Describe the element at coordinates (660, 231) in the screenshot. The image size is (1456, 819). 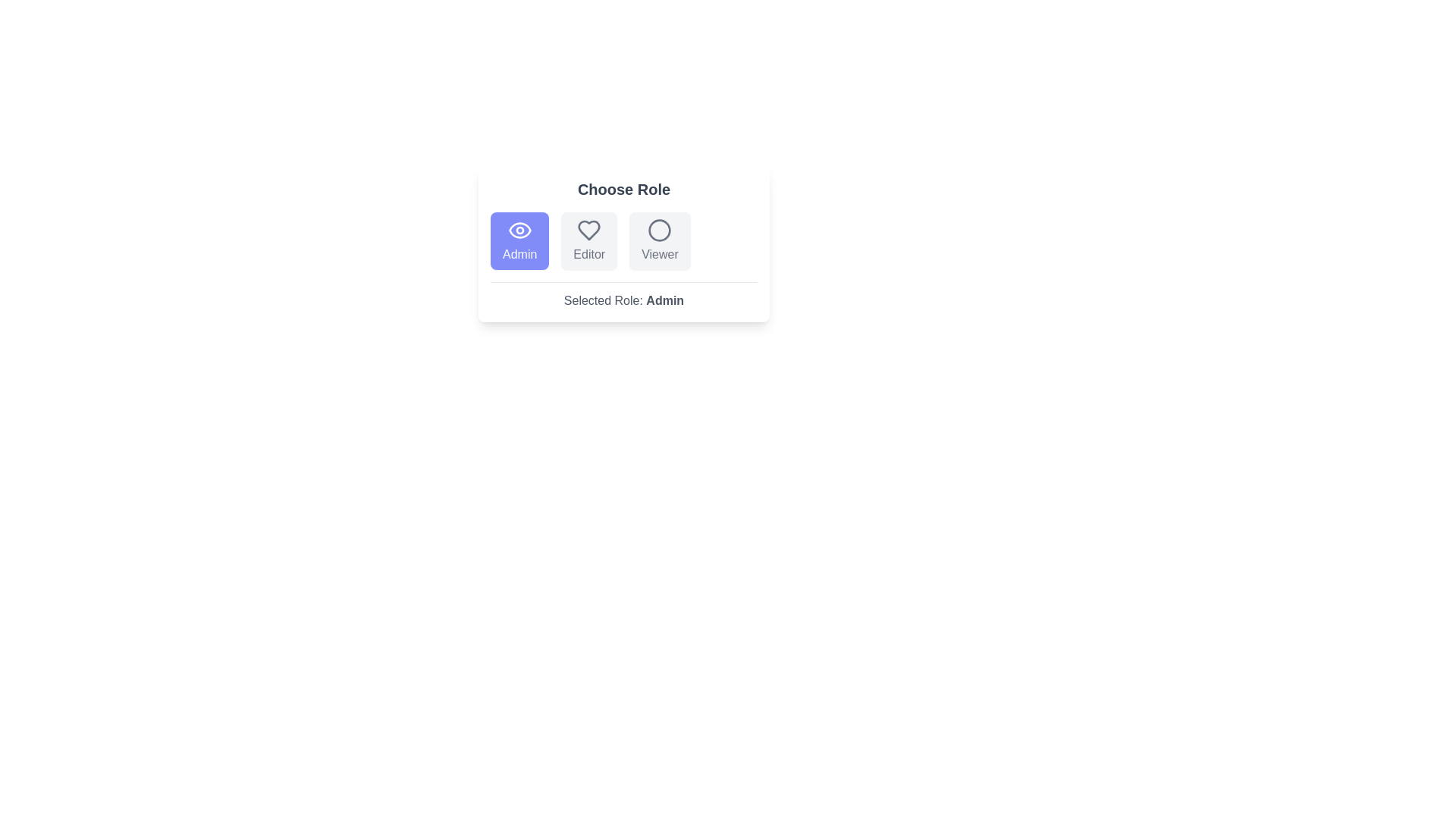
I see `the 'Viewer' role selection icon, which is the rightmost button among the three role selection options` at that location.